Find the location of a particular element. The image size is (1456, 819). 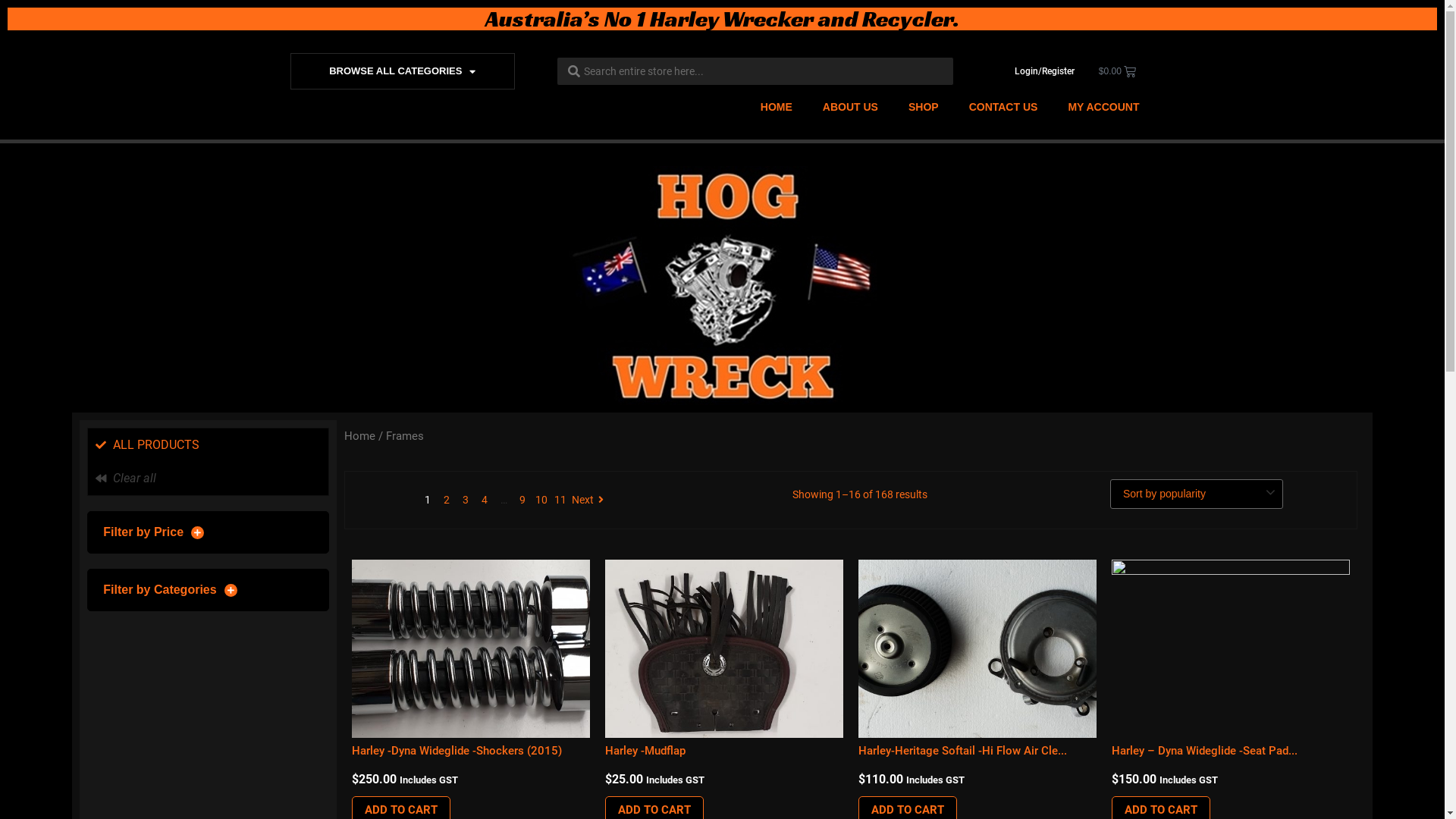

'SHOP' is located at coordinates (893, 106).